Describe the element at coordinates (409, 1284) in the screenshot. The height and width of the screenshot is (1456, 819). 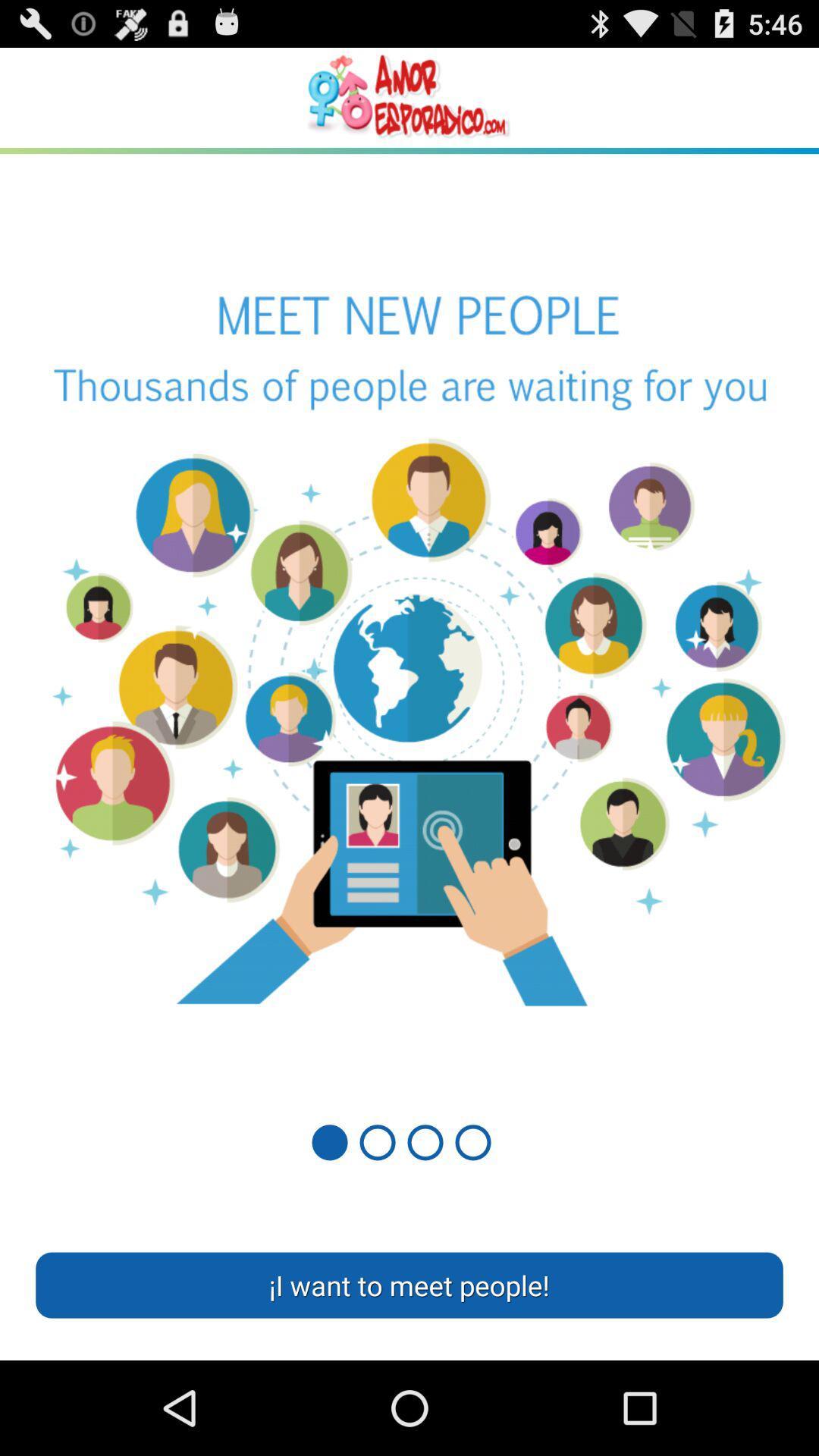
I see `i want to icon` at that location.